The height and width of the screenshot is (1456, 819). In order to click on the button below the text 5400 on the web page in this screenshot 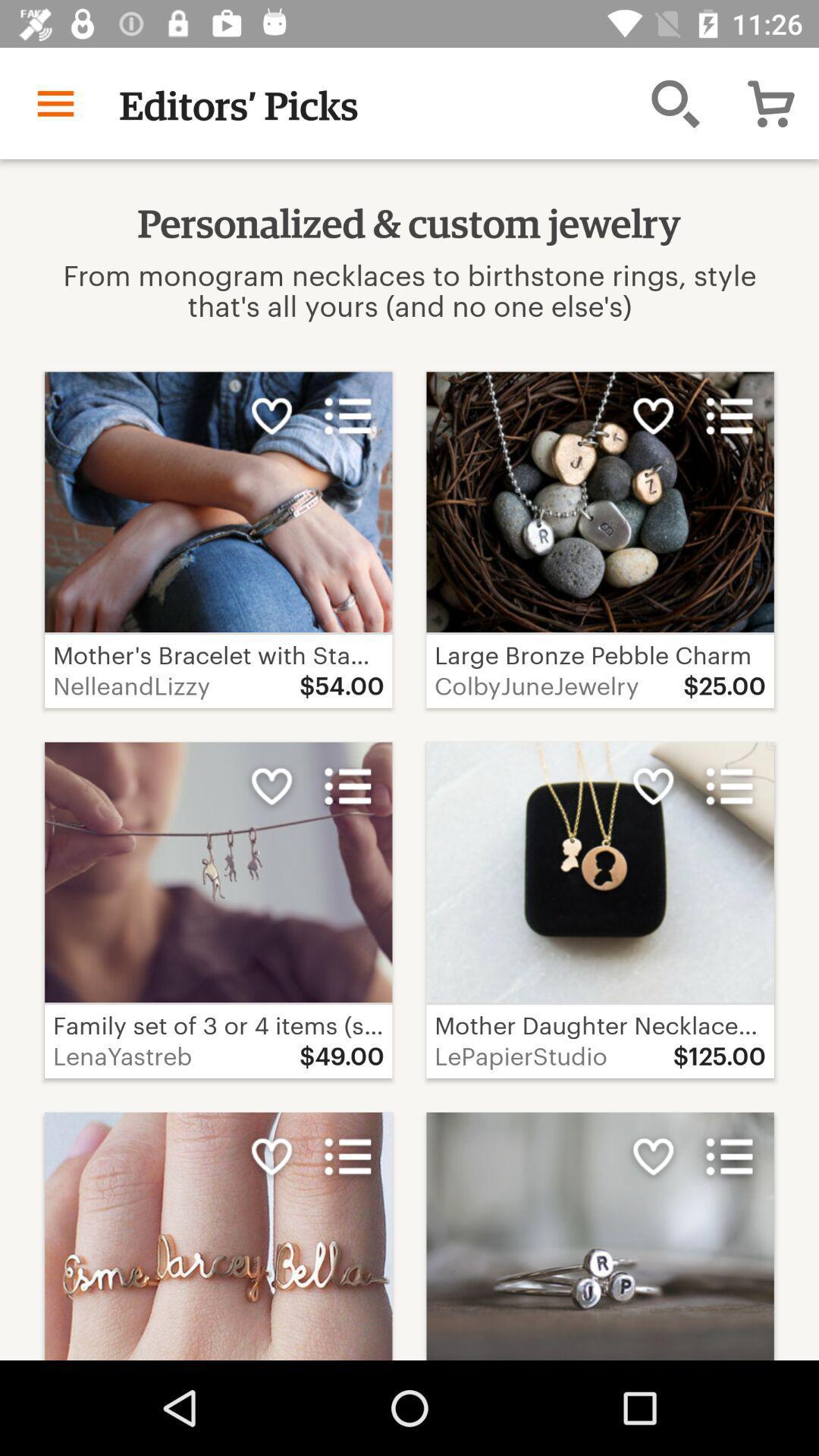, I will do `click(348, 786)`.